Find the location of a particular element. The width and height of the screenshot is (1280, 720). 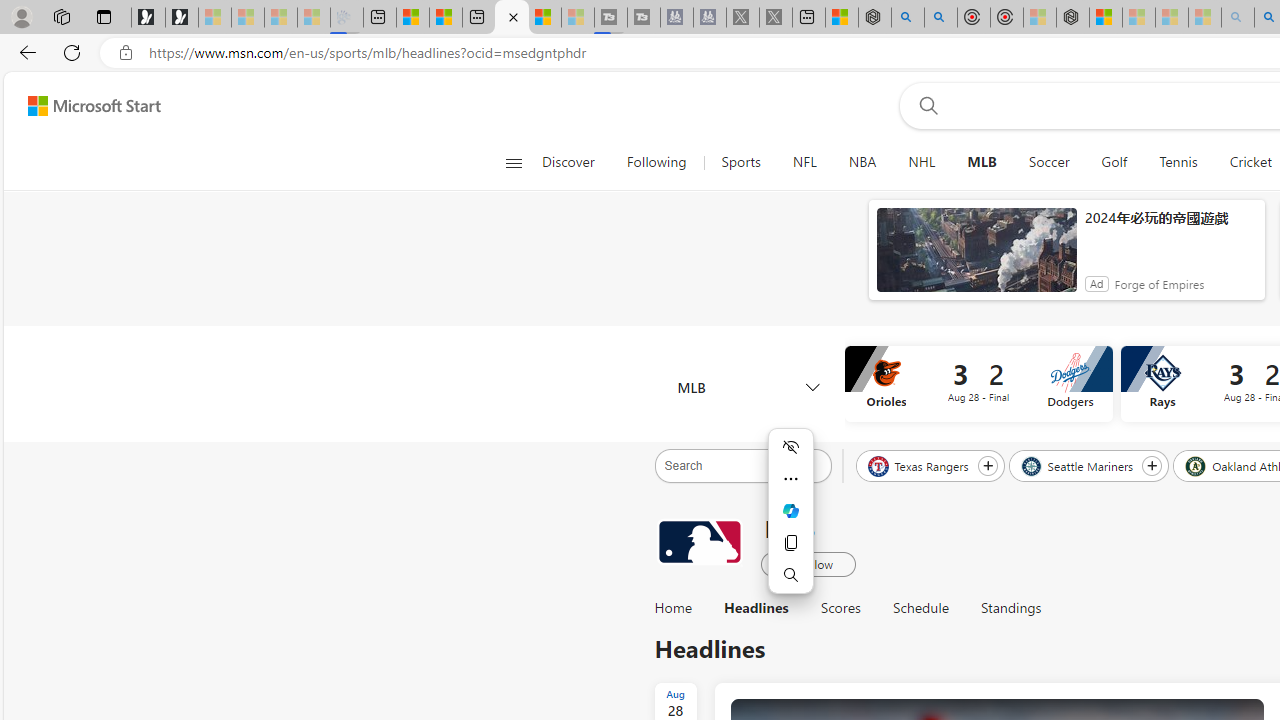

'Copy' is located at coordinates (790, 542).